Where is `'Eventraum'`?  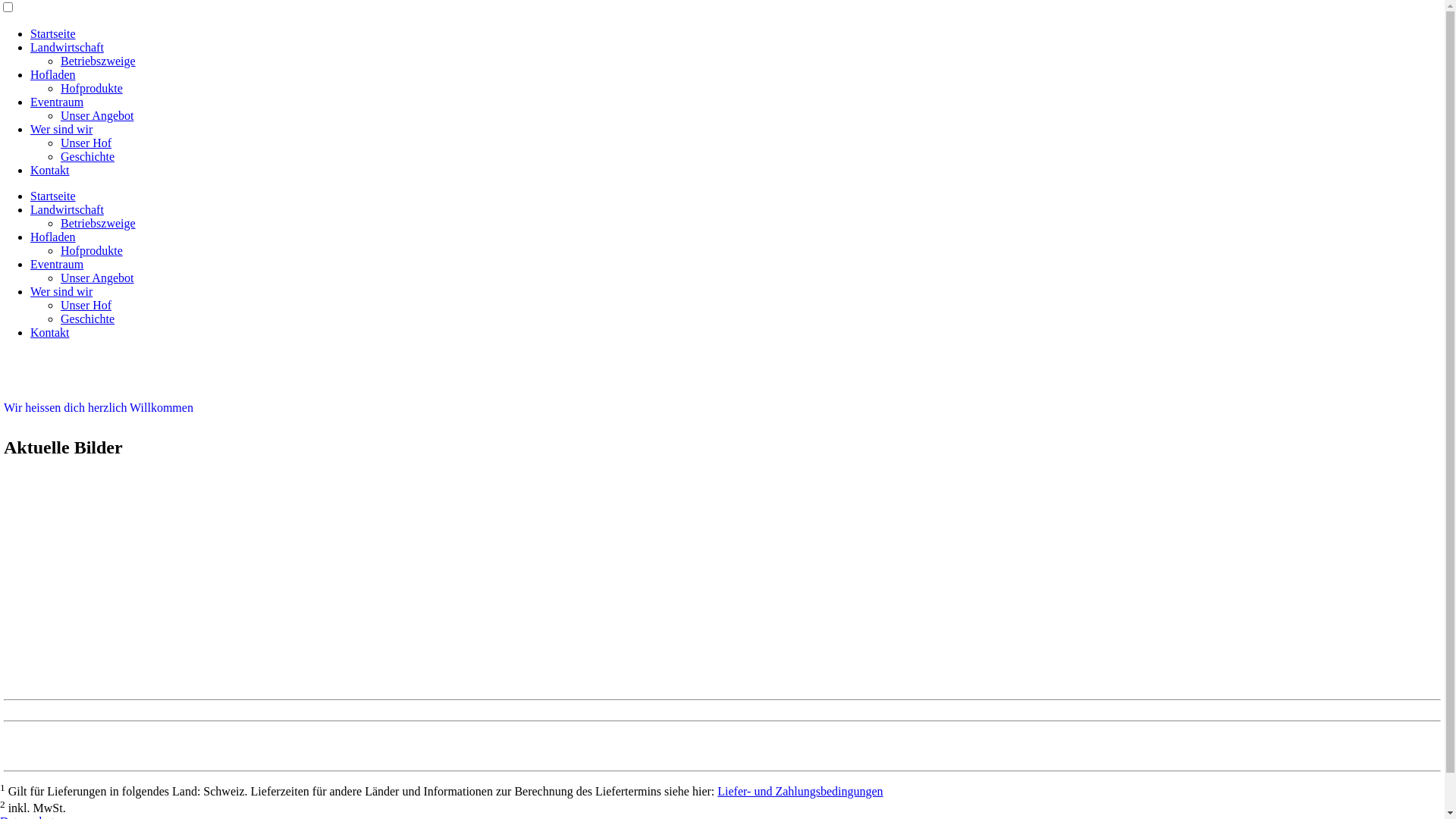
'Eventraum' is located at coordinates (57, 263).